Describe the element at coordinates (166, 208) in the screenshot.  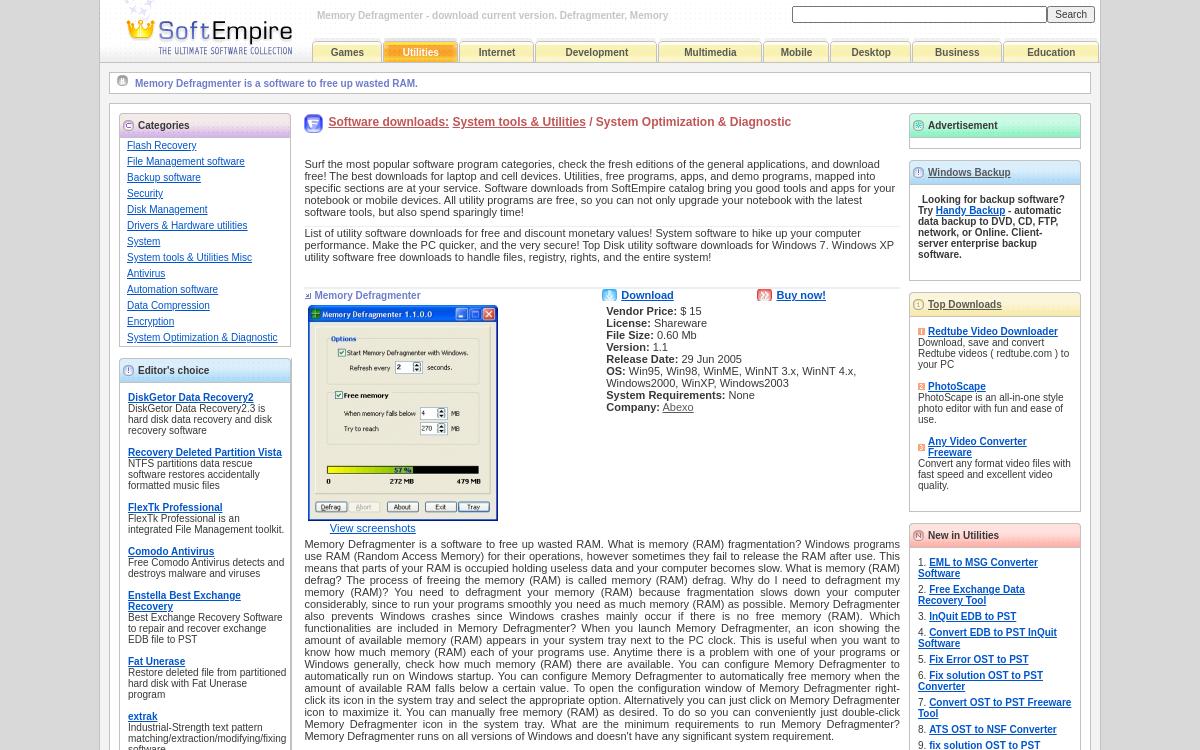
I see `'Disk Management'` at that location.